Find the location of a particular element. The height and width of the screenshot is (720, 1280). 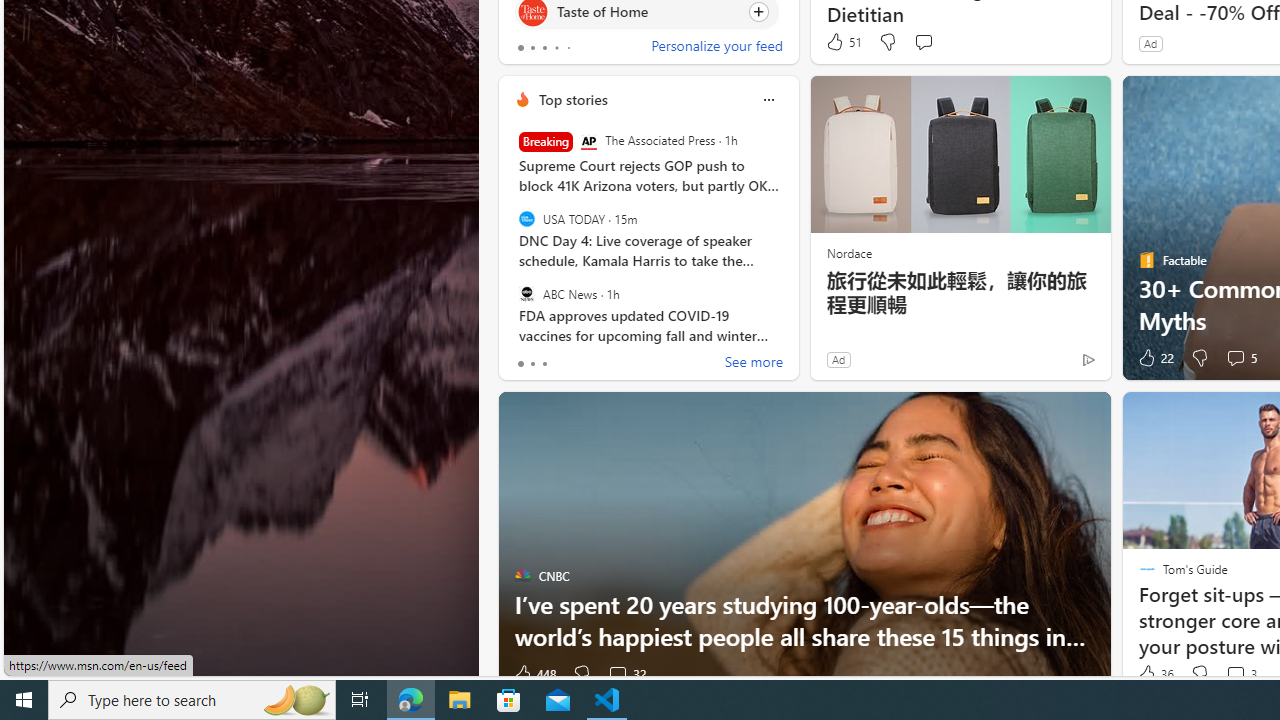

'Dislike' is located at coordinates (1200, 674).